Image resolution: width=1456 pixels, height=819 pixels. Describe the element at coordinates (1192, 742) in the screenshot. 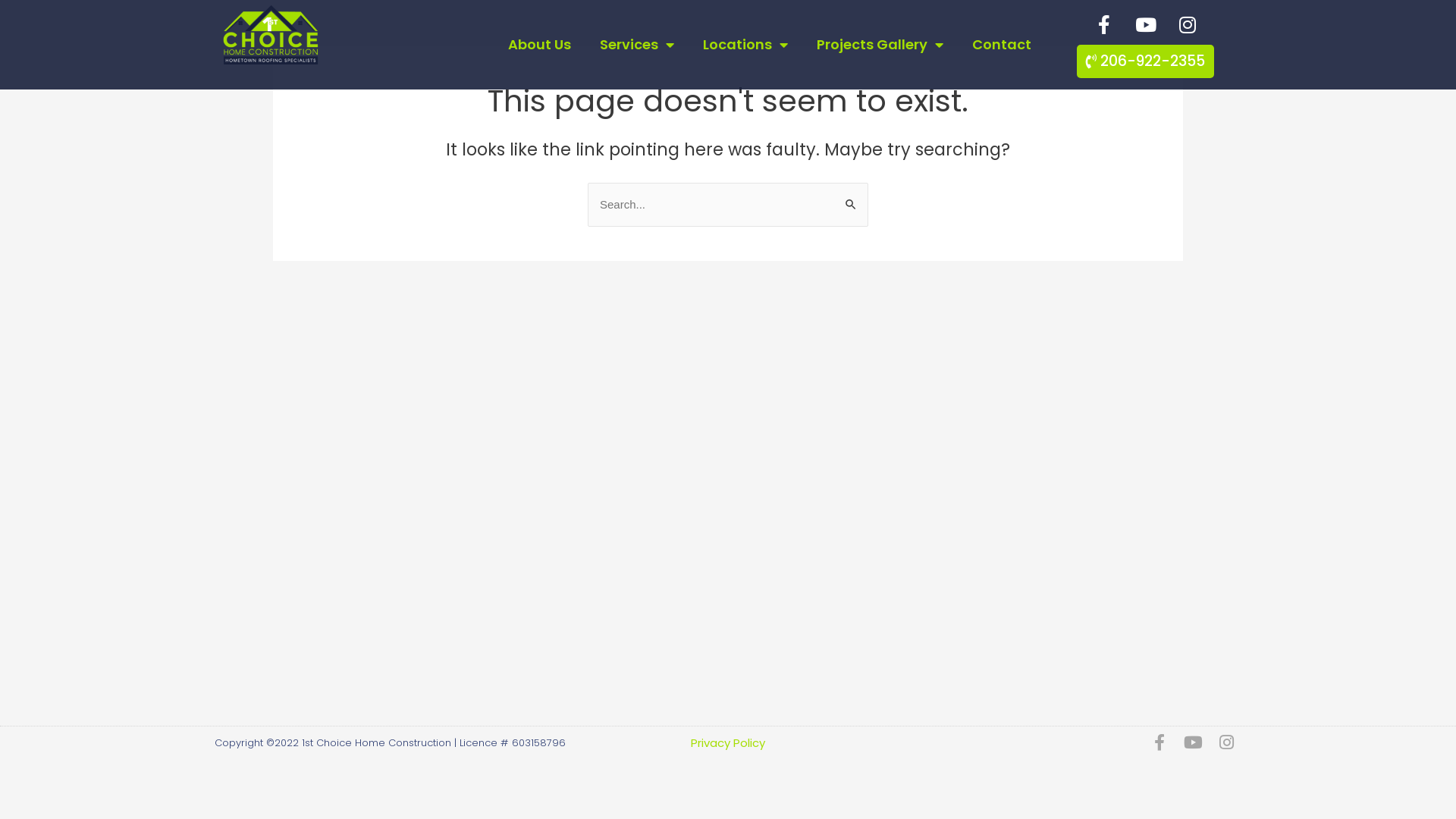

I see `'Youtube'` at that location.